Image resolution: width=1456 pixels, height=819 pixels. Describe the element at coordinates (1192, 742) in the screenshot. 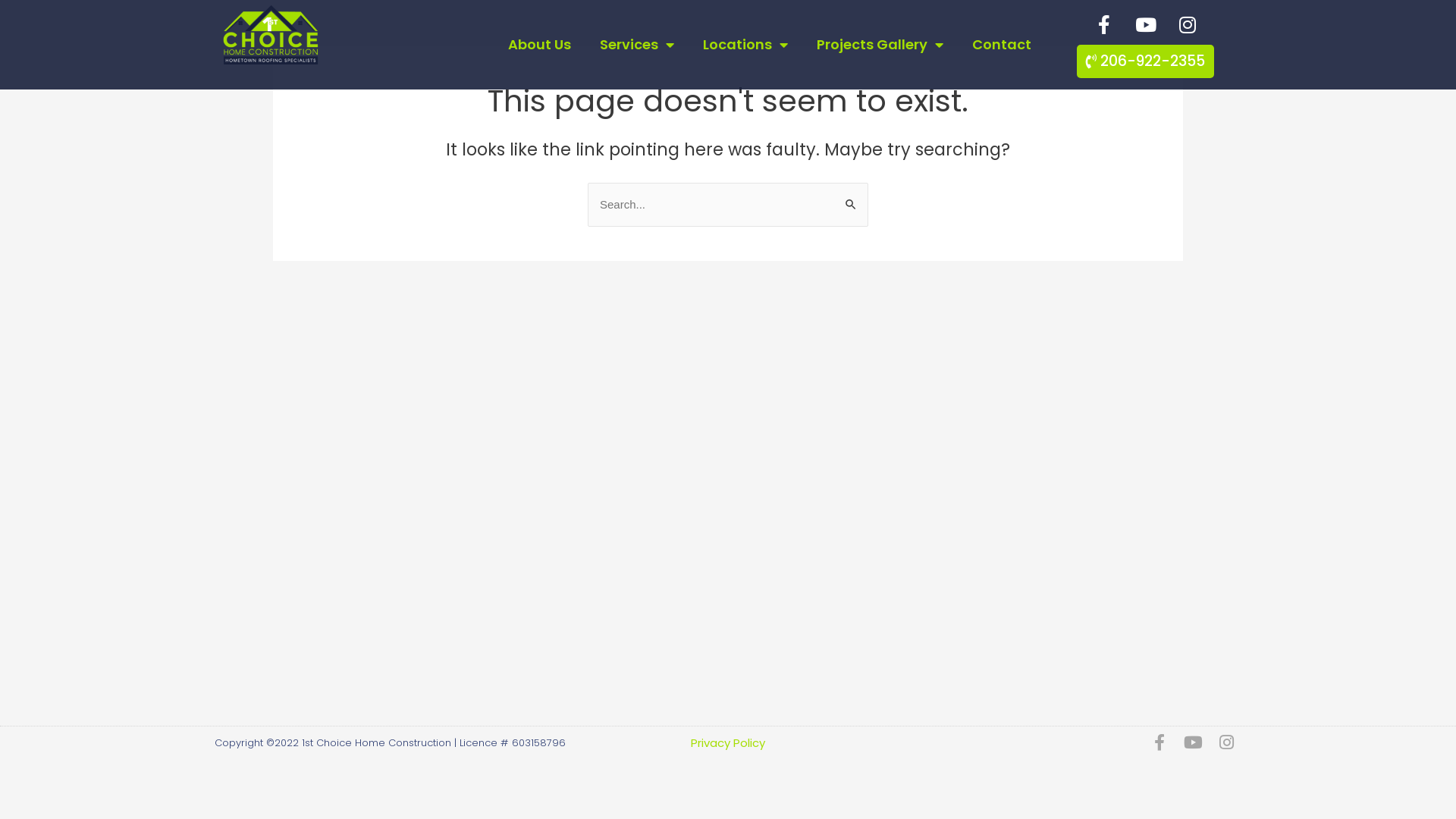

I see `'Youtube'` at that location.